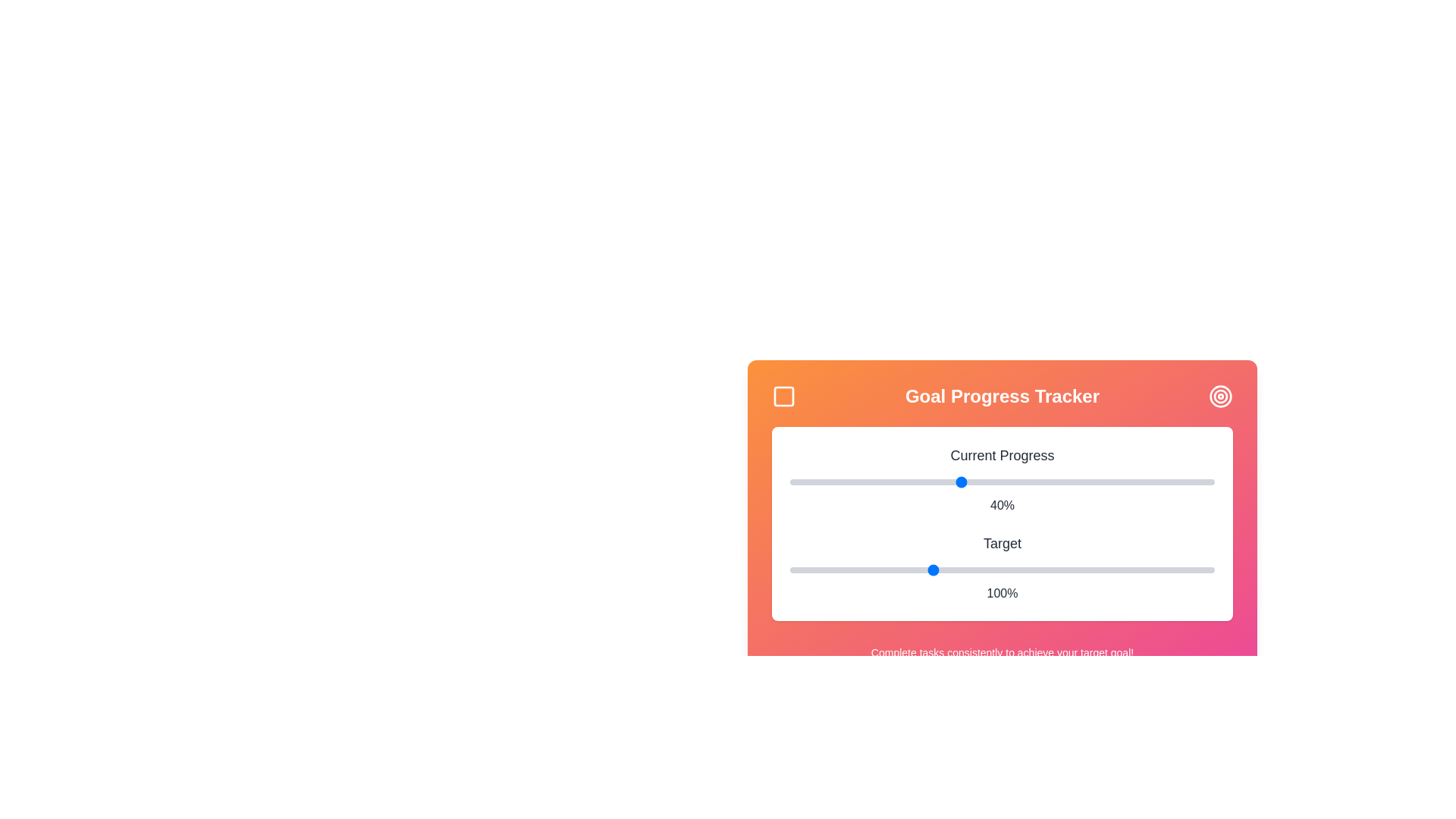 The height and width of the screenshot is (819, 1456). Describe the element at coordinates (872, 570) in the screenshot. I see `the 'Target' slider to set its value to 79` at that location.